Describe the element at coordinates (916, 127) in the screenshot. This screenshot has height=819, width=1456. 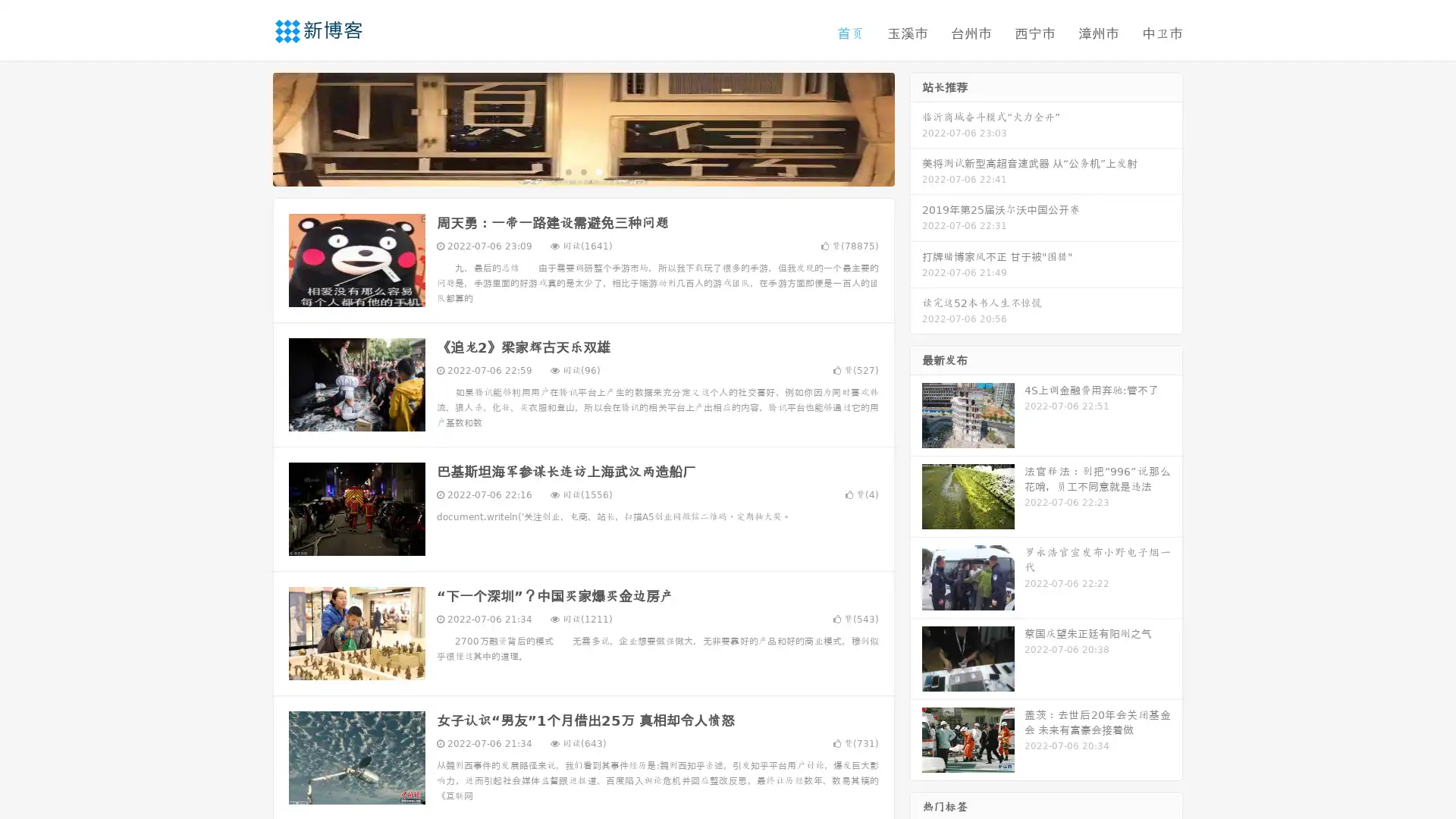
I see `Next slide` at that location.